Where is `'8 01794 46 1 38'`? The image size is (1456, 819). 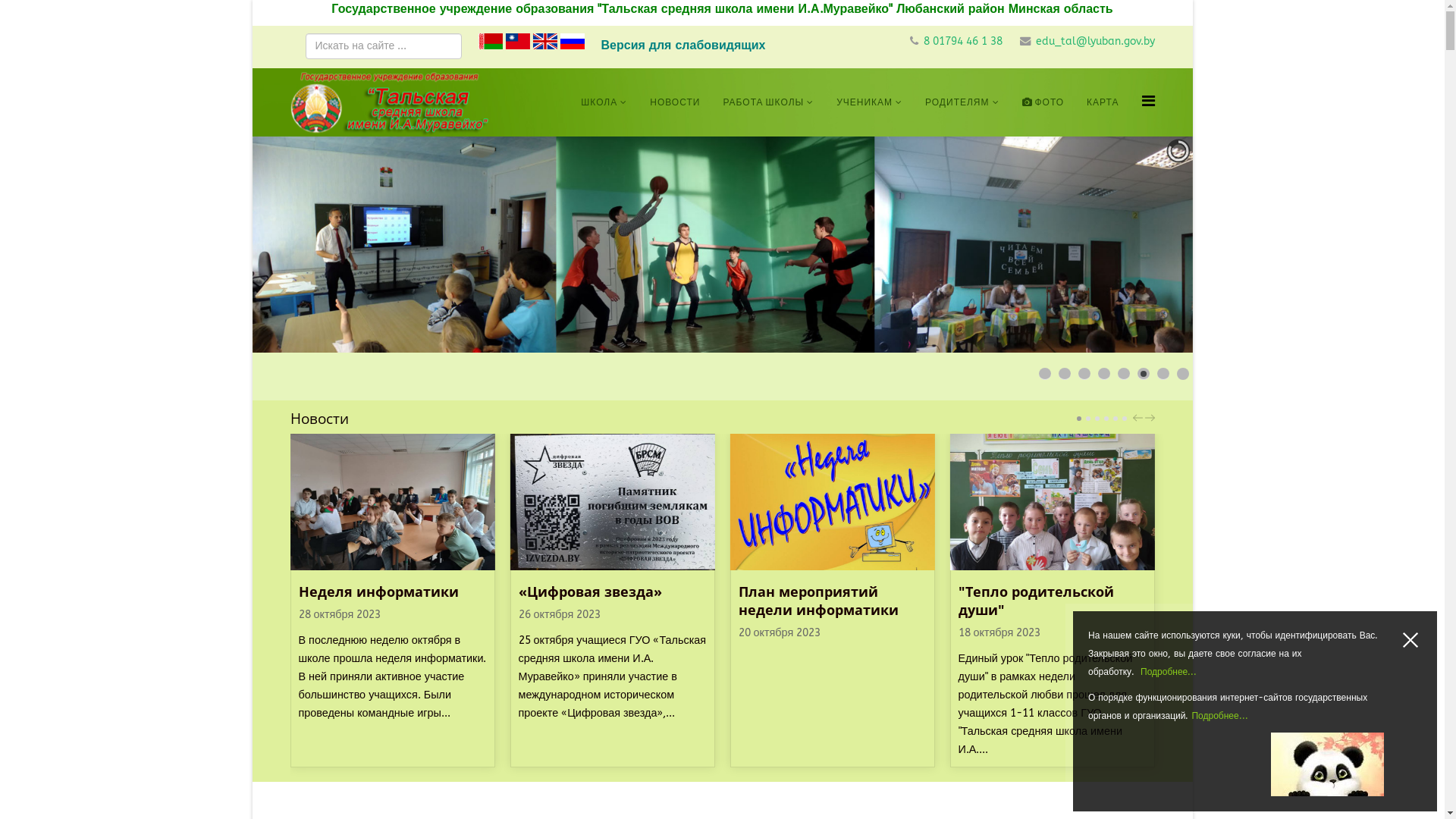 '8 01794 46 1 38' is located at coordinates (962, 40).